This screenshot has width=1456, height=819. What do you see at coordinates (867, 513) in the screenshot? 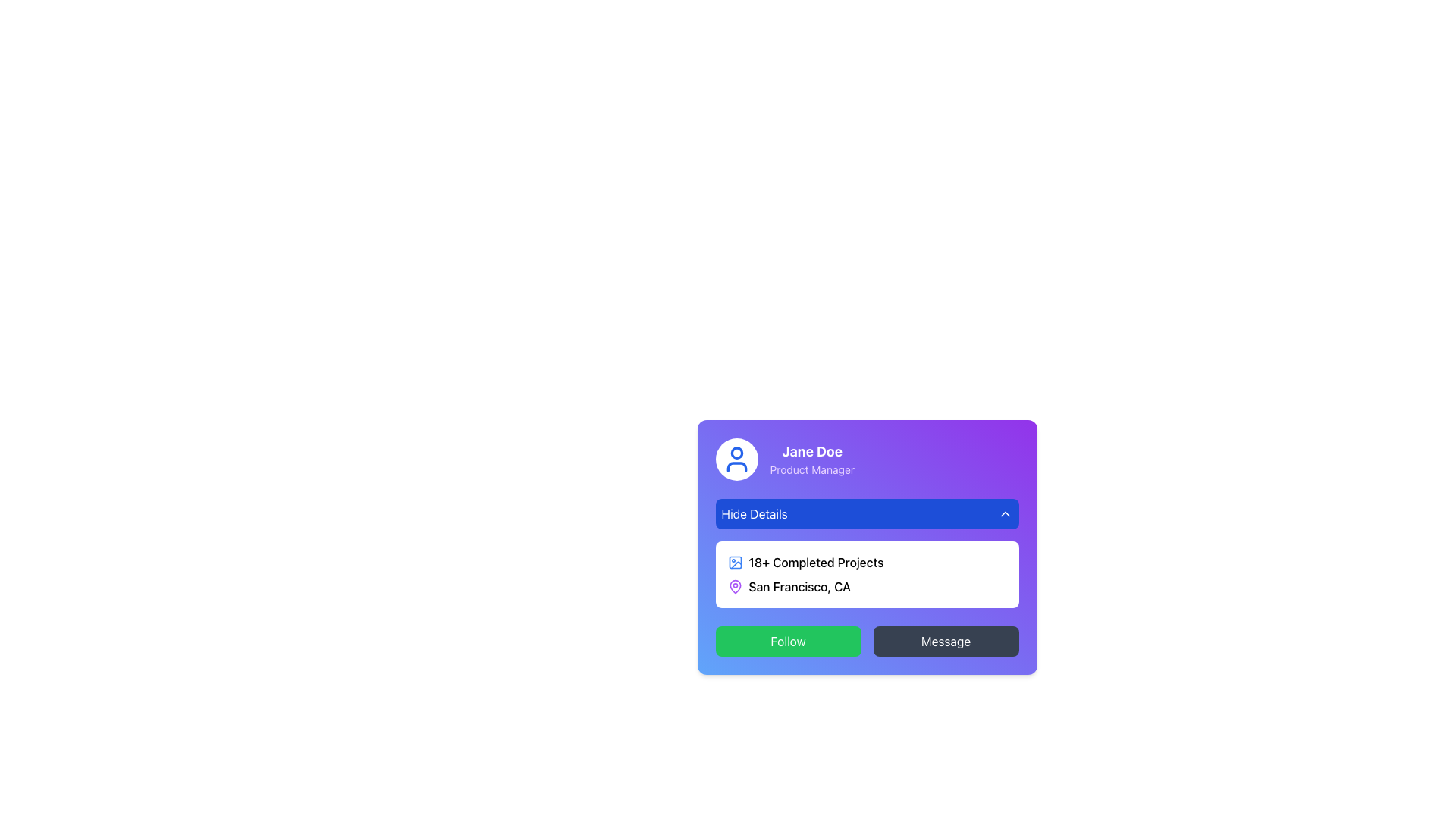
I see `the toggle button located in the user information card, which is positioned below the name and title section and above the '18+ Completed Projects' section` at bounding box center [867, 513].